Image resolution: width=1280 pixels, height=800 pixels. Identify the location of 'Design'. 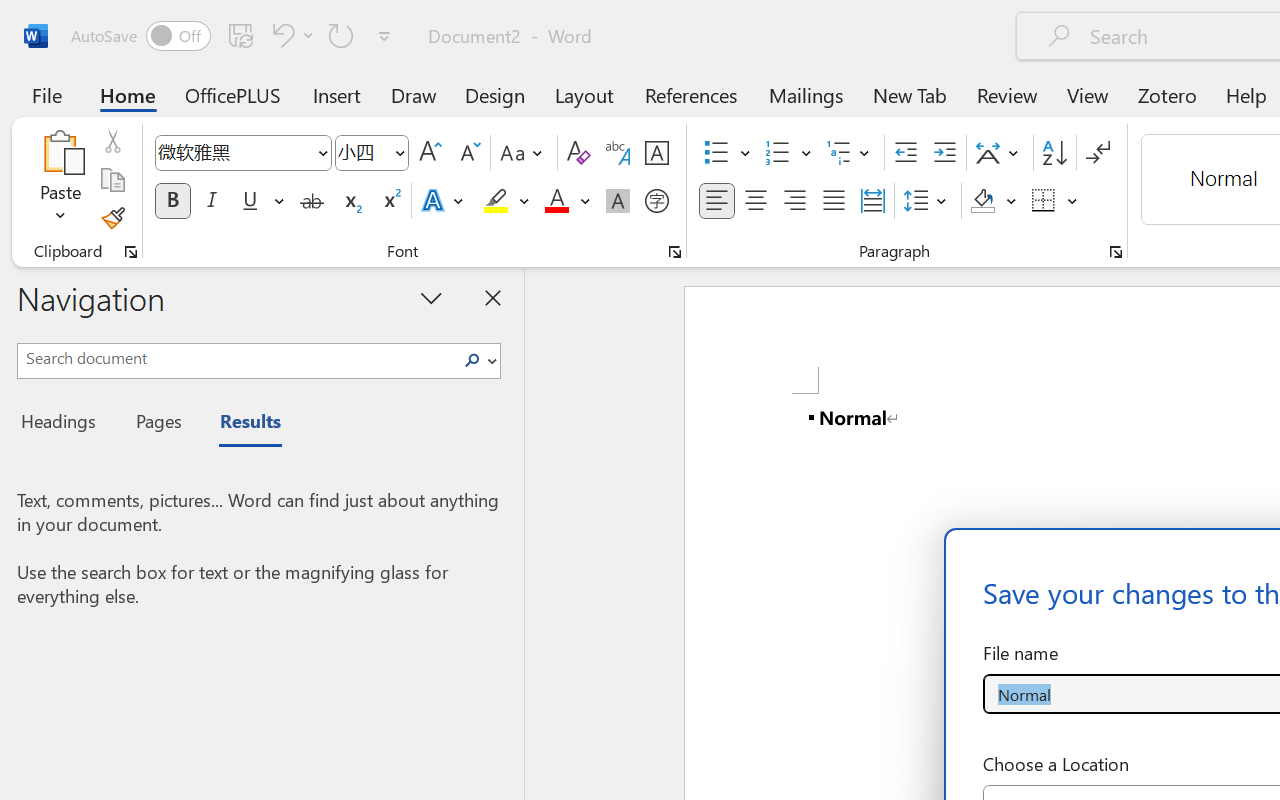
(495, 94).